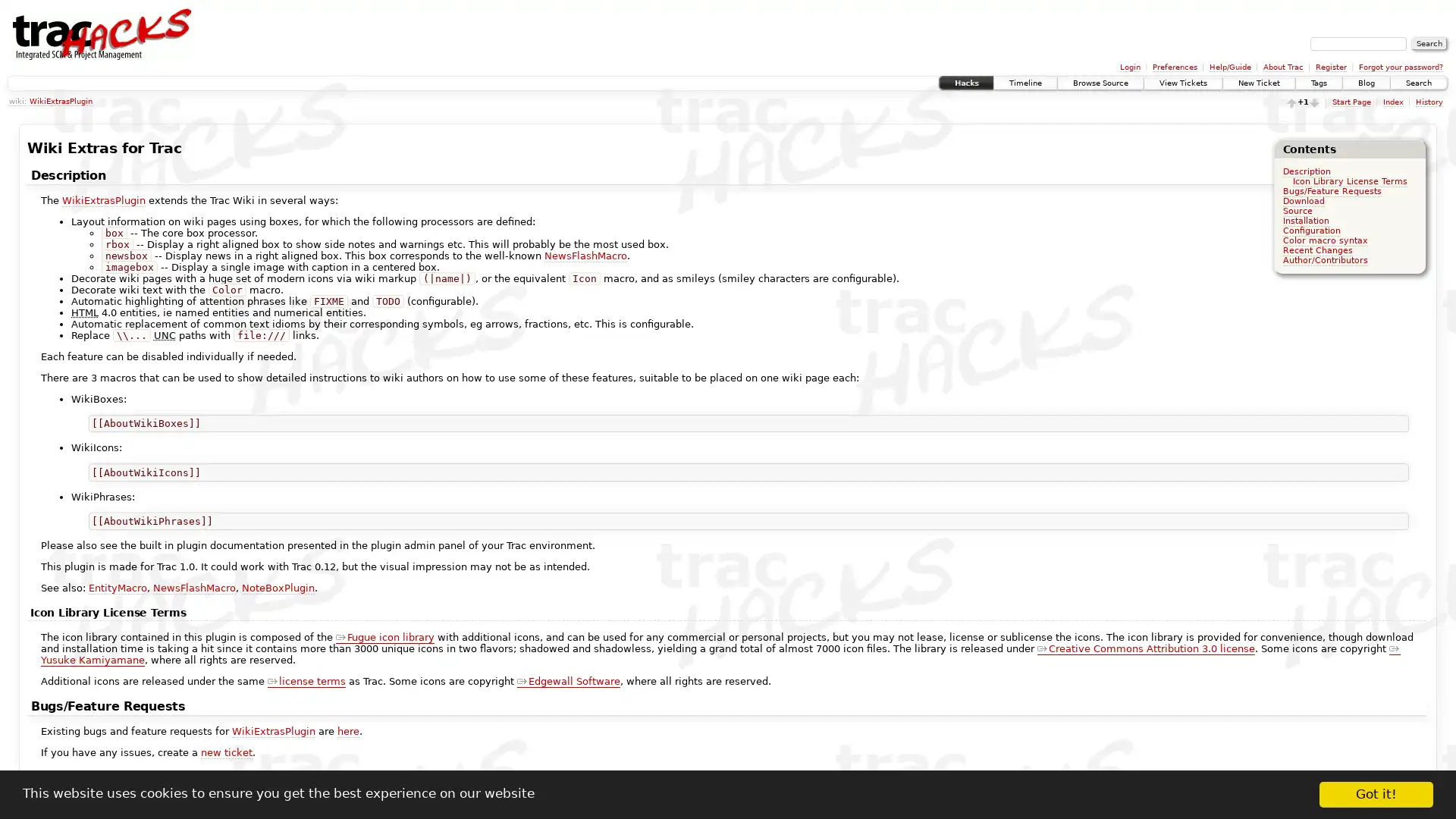 The image size is (1456, 819). I want to click on Search, so click(1429, 42).